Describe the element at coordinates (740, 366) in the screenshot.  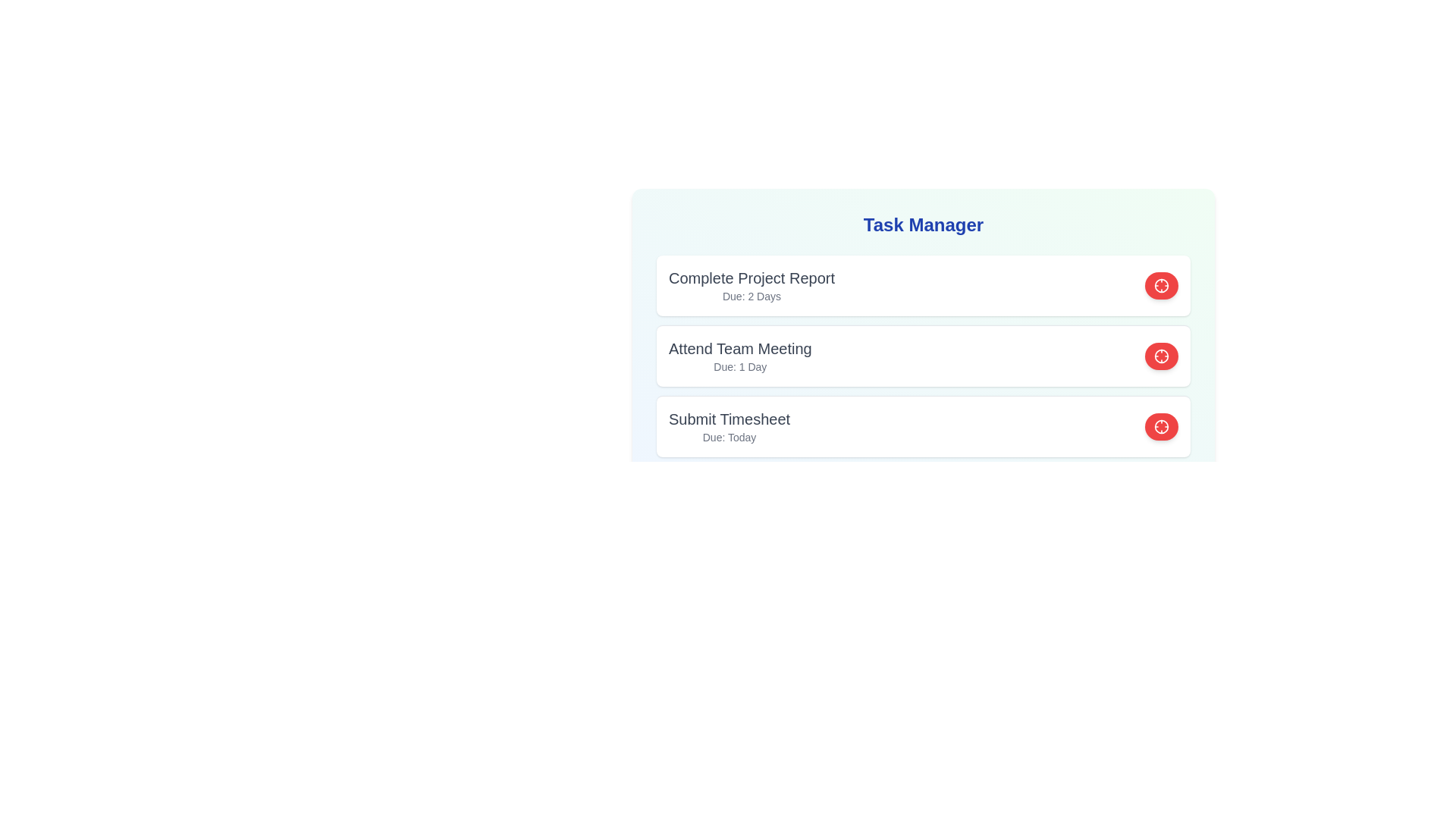
I see `the text label displaying 'Due: 1 Day', which is located below the heading 'Attend Team Meeting' in the task list interface` at that location.